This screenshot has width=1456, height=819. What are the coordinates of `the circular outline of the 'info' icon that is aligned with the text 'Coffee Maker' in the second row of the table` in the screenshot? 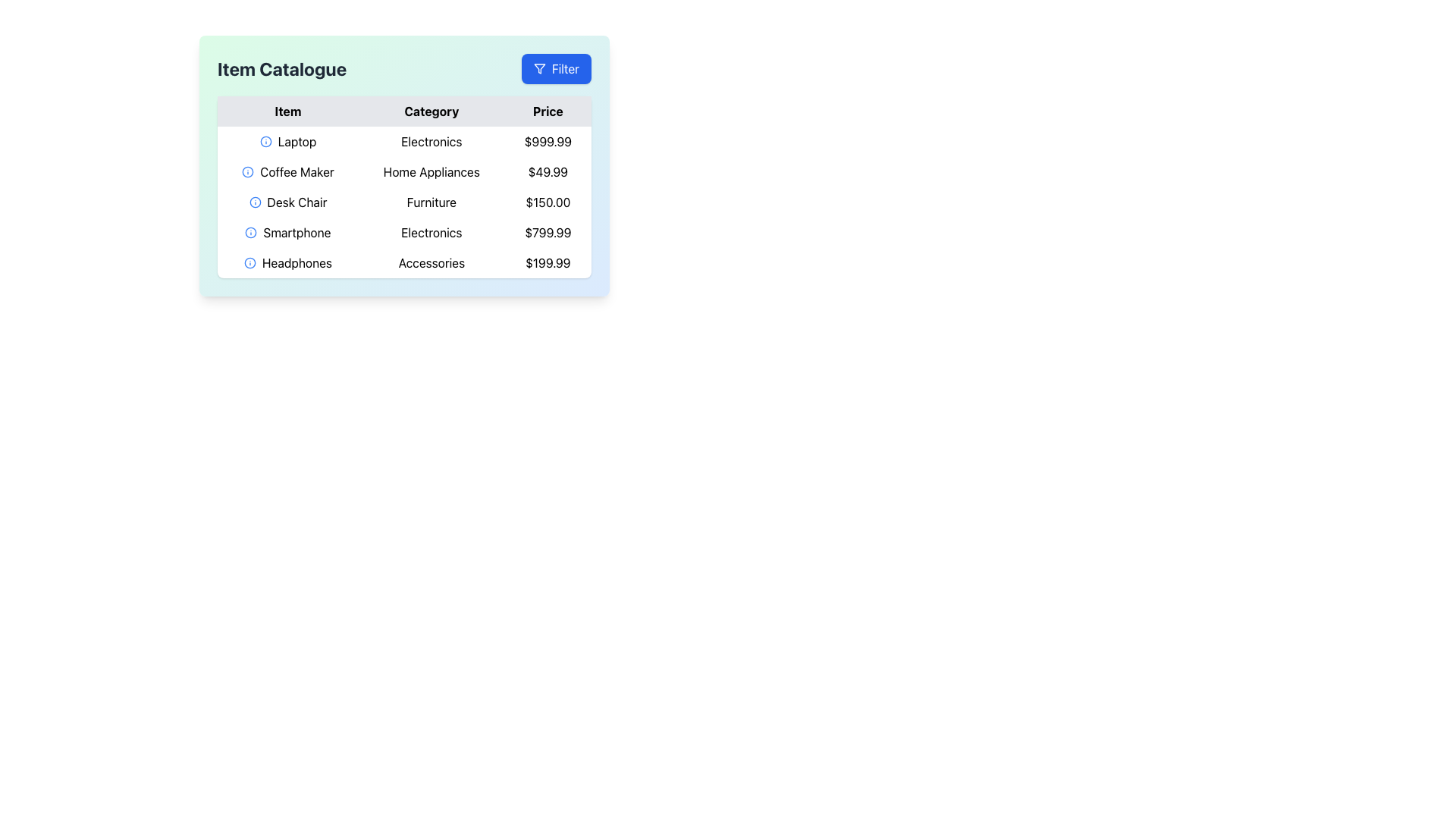 It's located at (248, 171).